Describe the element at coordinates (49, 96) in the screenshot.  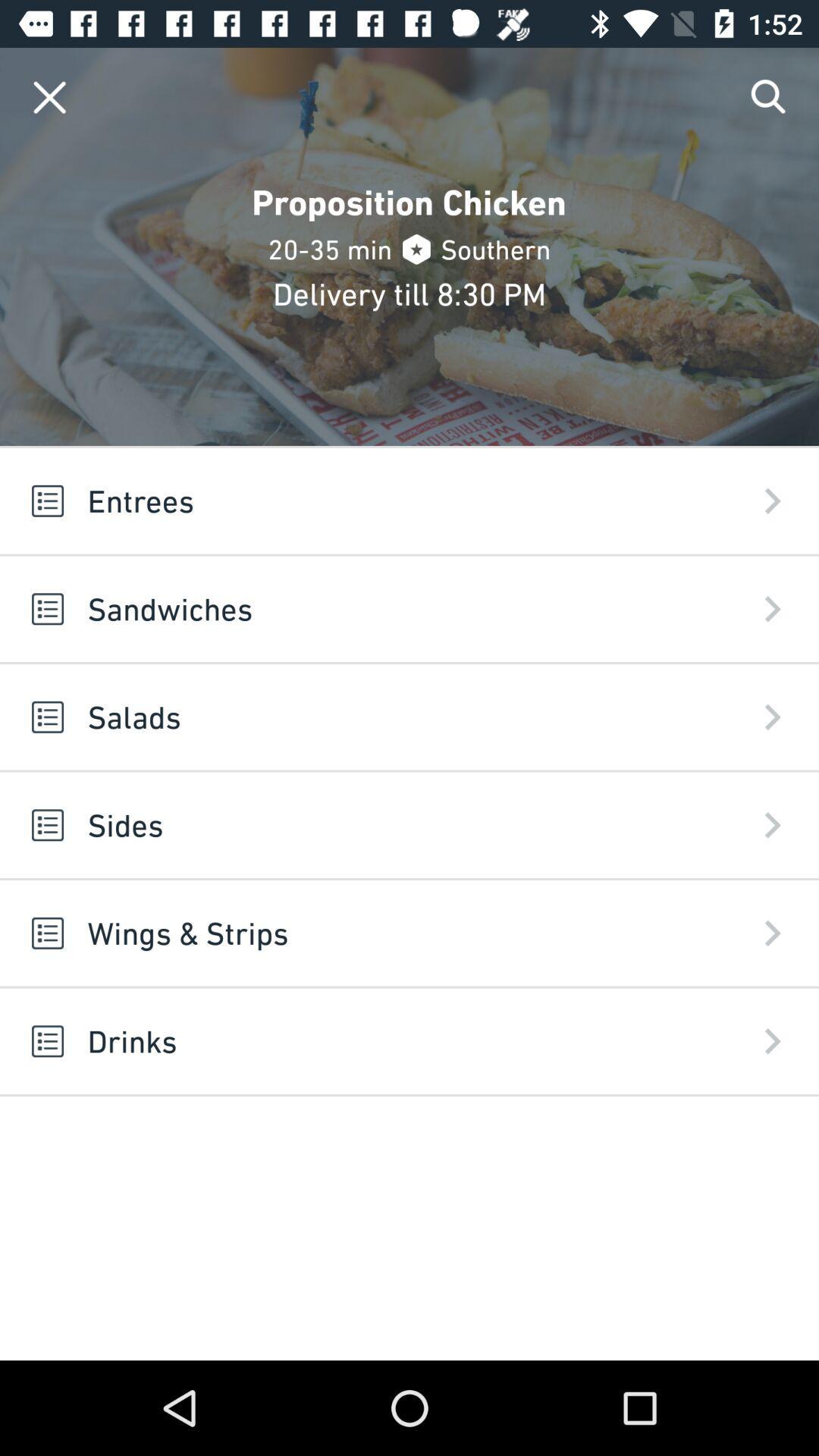
I see `window` at that location.